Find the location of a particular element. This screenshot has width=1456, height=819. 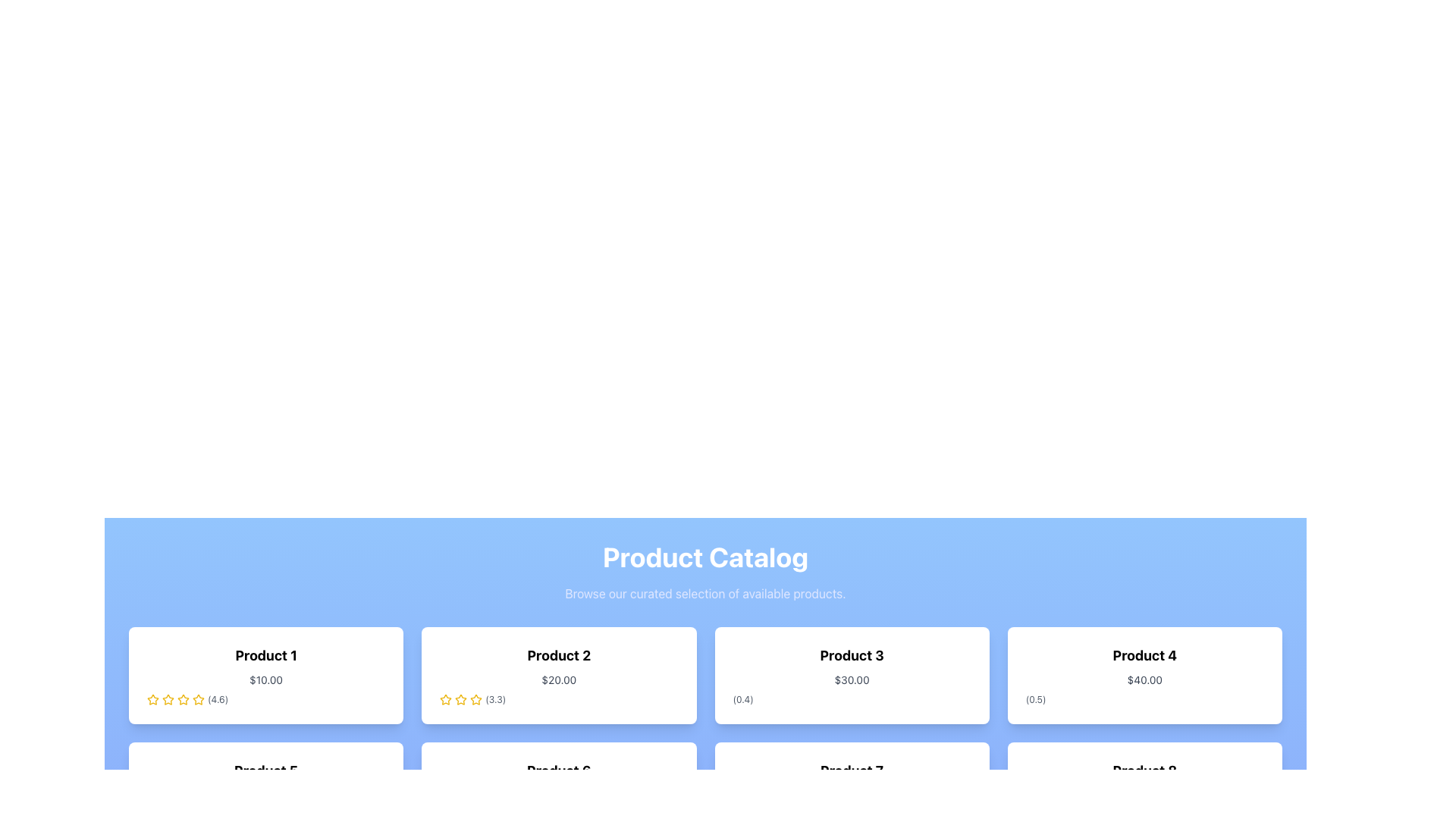

the descriptive subtitle text label located beneath the 'Product Catalog' header, which provides contextual information about the displayed products is located at coordinates (704, 593).